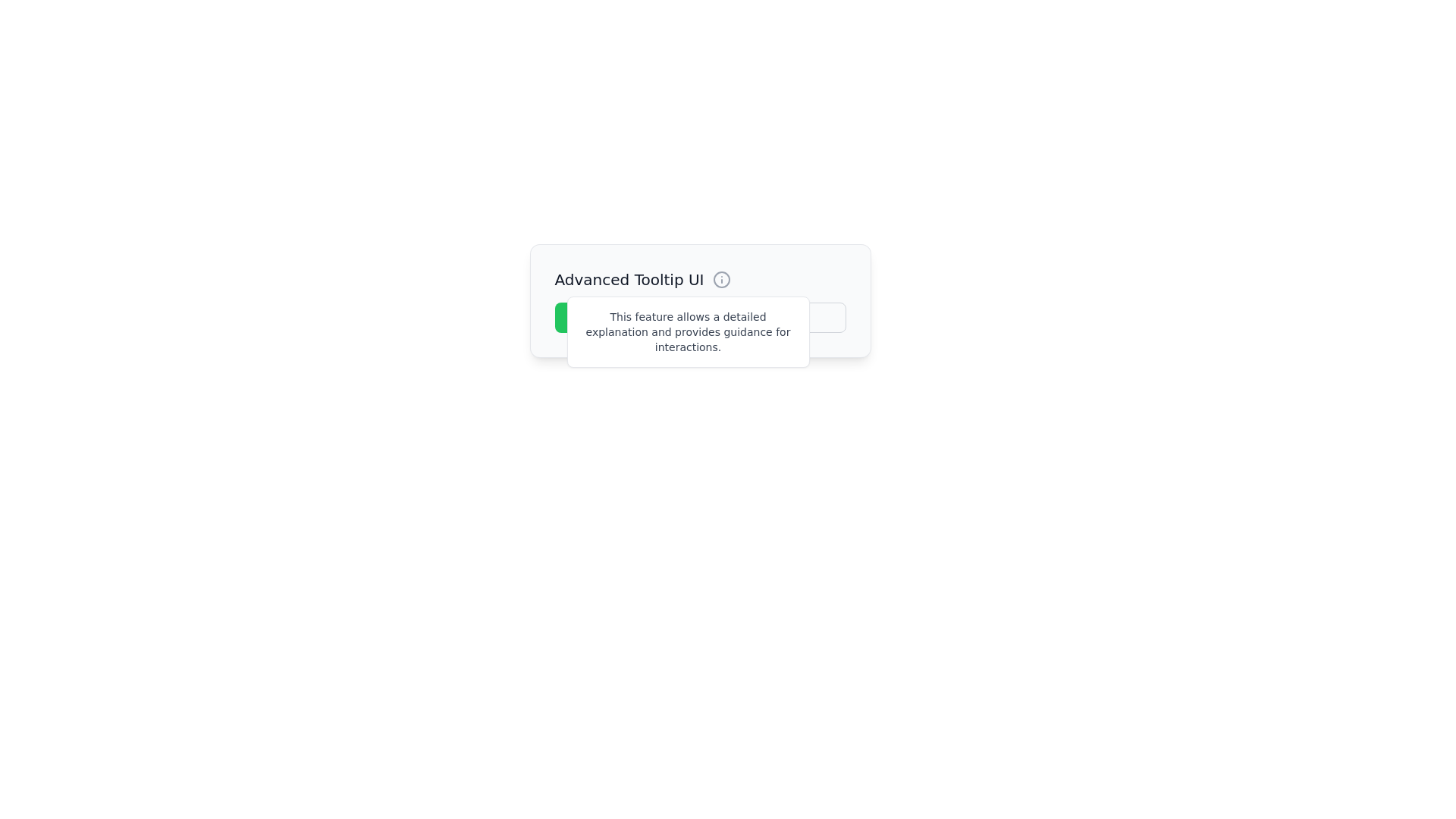 Image resolution: width=1456 pixels, height=819 pixels. I want to click on the Information Icon located to the right of the 'Advanced Tooltip UI' text, so click(721, 280).